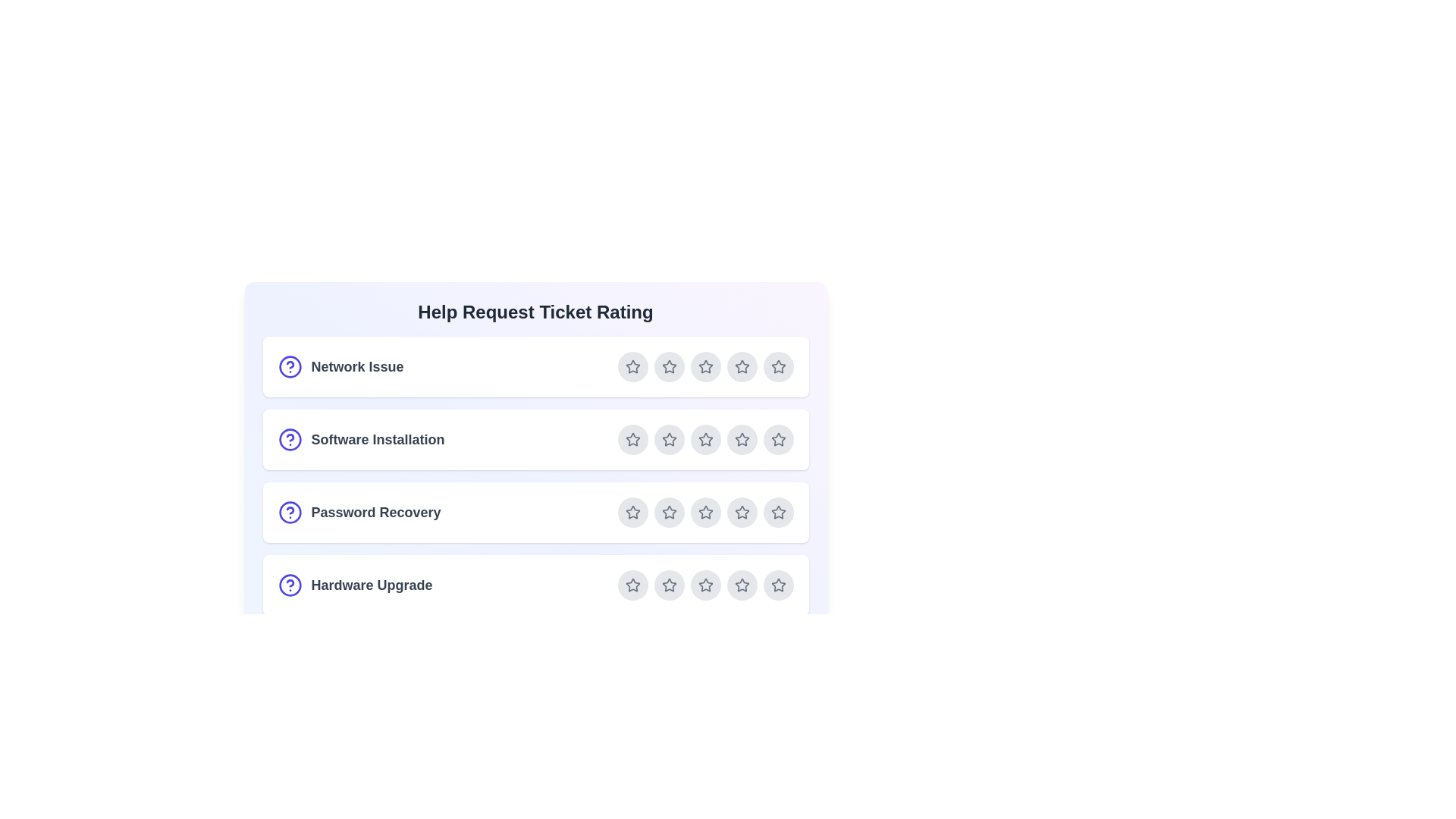 The height and width of the screenshot is (819, 1456). What do you see at coordinates (668, 439) in the screenshot?
I see `the star corresponding to 2 for the ticket Software Installation` at bounding box center [668, 439].